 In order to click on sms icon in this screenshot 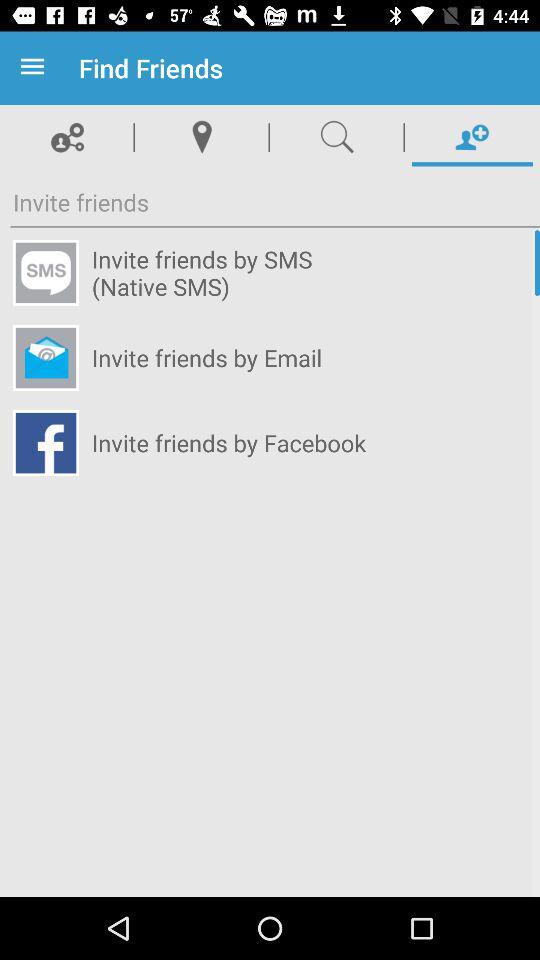, I will do `click(46, 272)`.